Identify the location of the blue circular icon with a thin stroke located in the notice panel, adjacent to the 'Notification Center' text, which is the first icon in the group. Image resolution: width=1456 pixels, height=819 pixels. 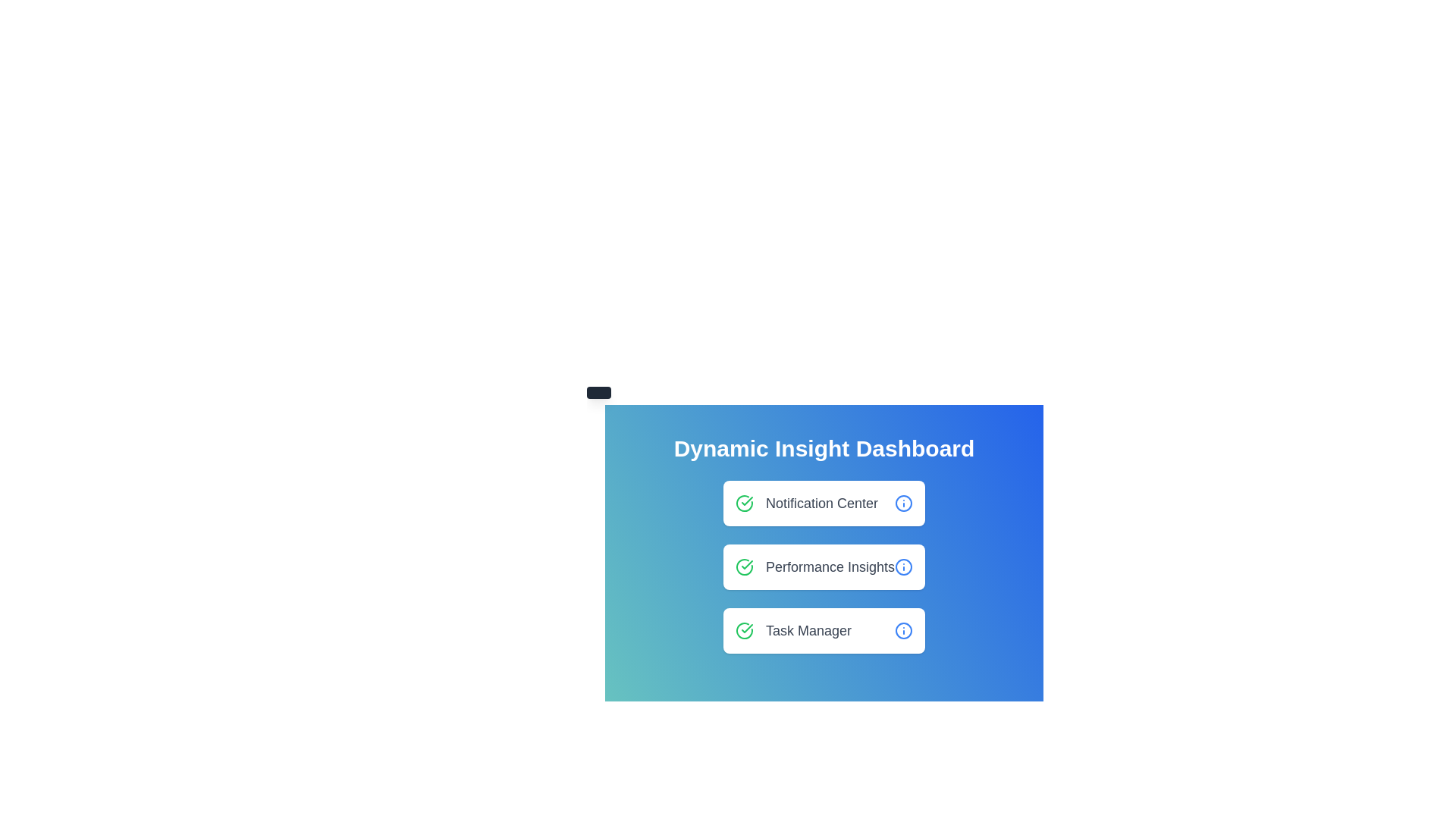
(903, 631).